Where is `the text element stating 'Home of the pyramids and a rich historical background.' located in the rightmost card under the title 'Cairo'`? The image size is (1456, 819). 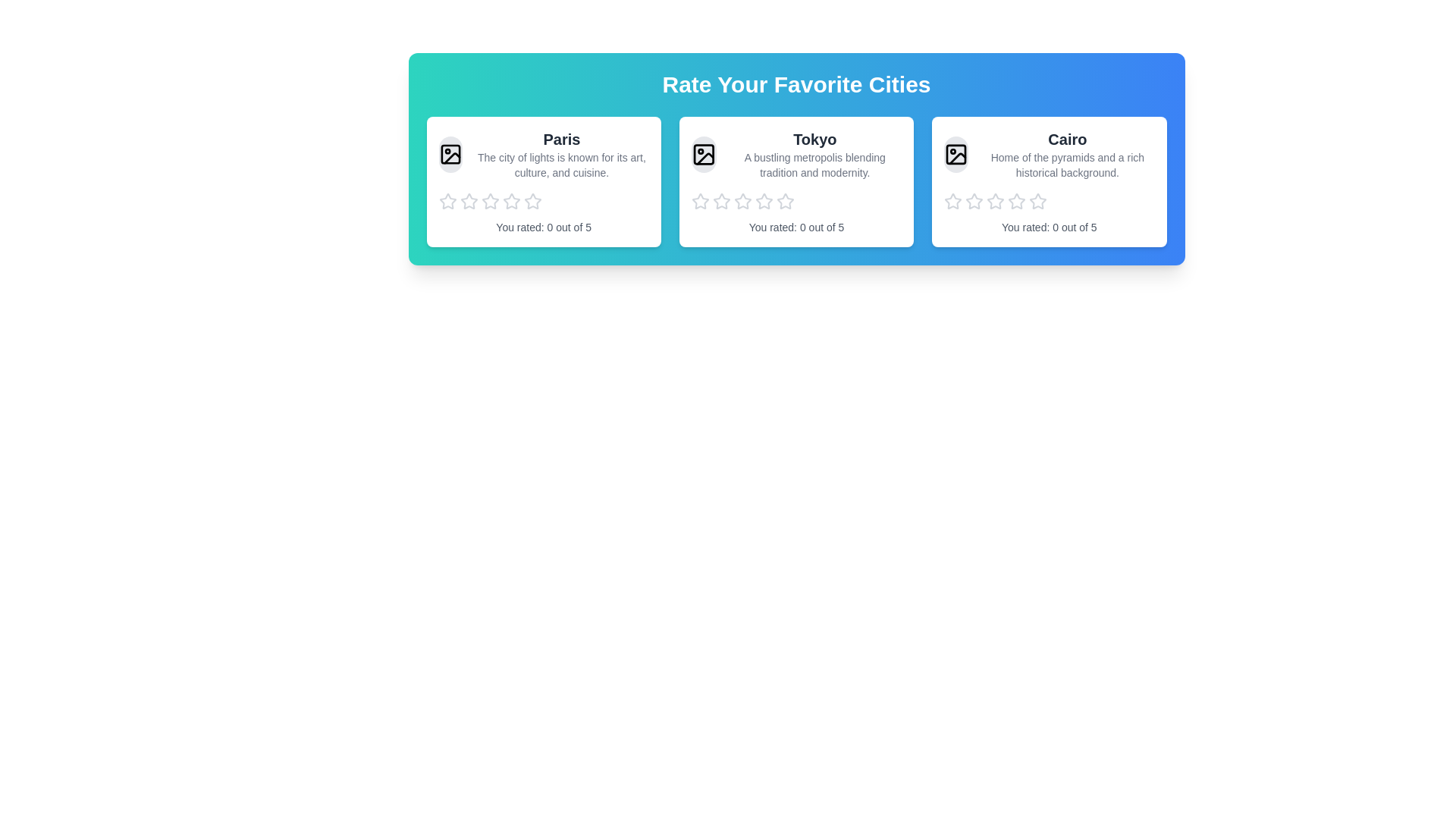 the text element stating 'Home of the pyramids and a rich historical background.' located in the rightmost card under the title 'Cairo' is located at coordinates (1066, 165).